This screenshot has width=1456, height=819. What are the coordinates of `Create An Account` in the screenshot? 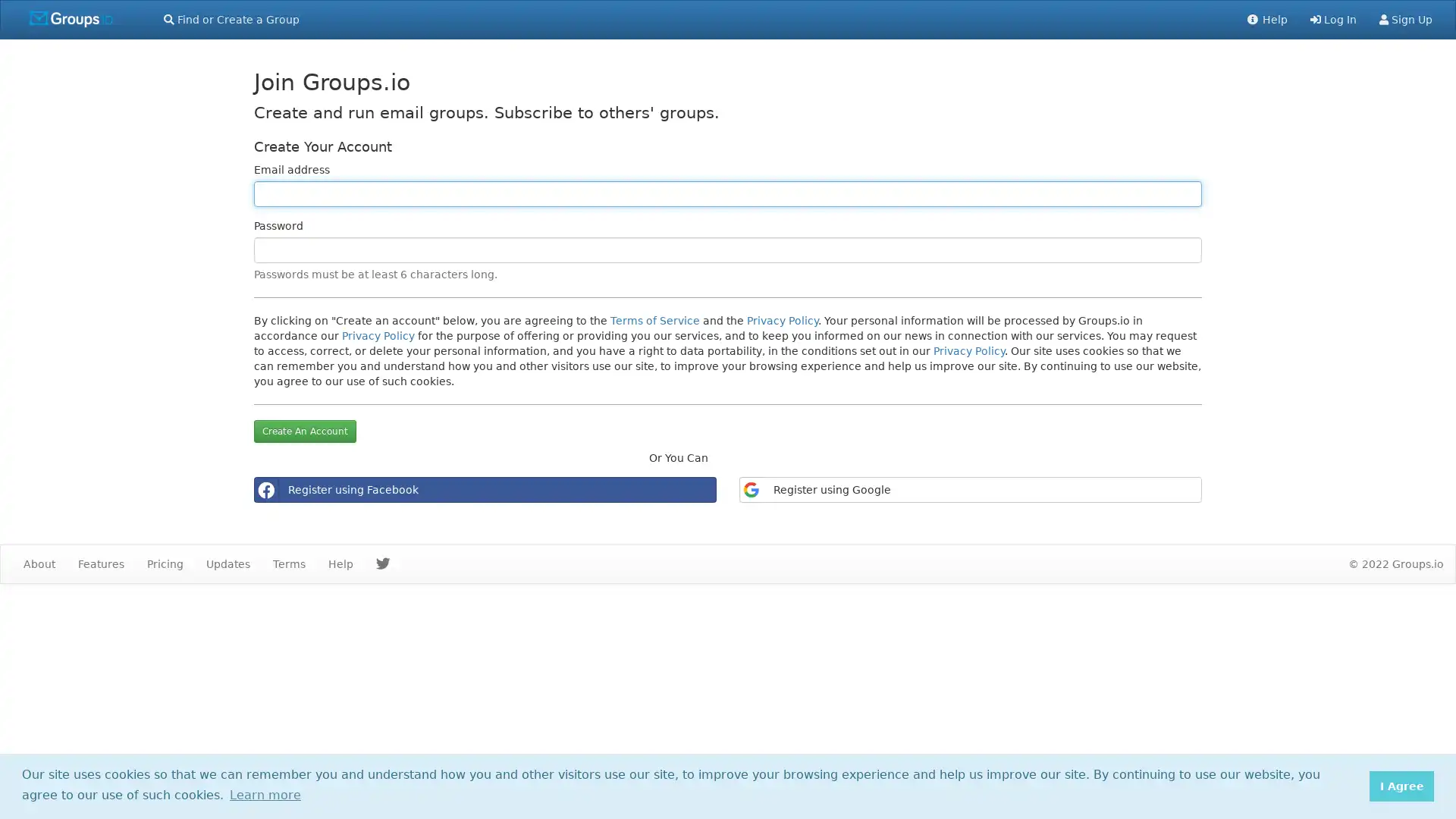 It's located at (303, 431).